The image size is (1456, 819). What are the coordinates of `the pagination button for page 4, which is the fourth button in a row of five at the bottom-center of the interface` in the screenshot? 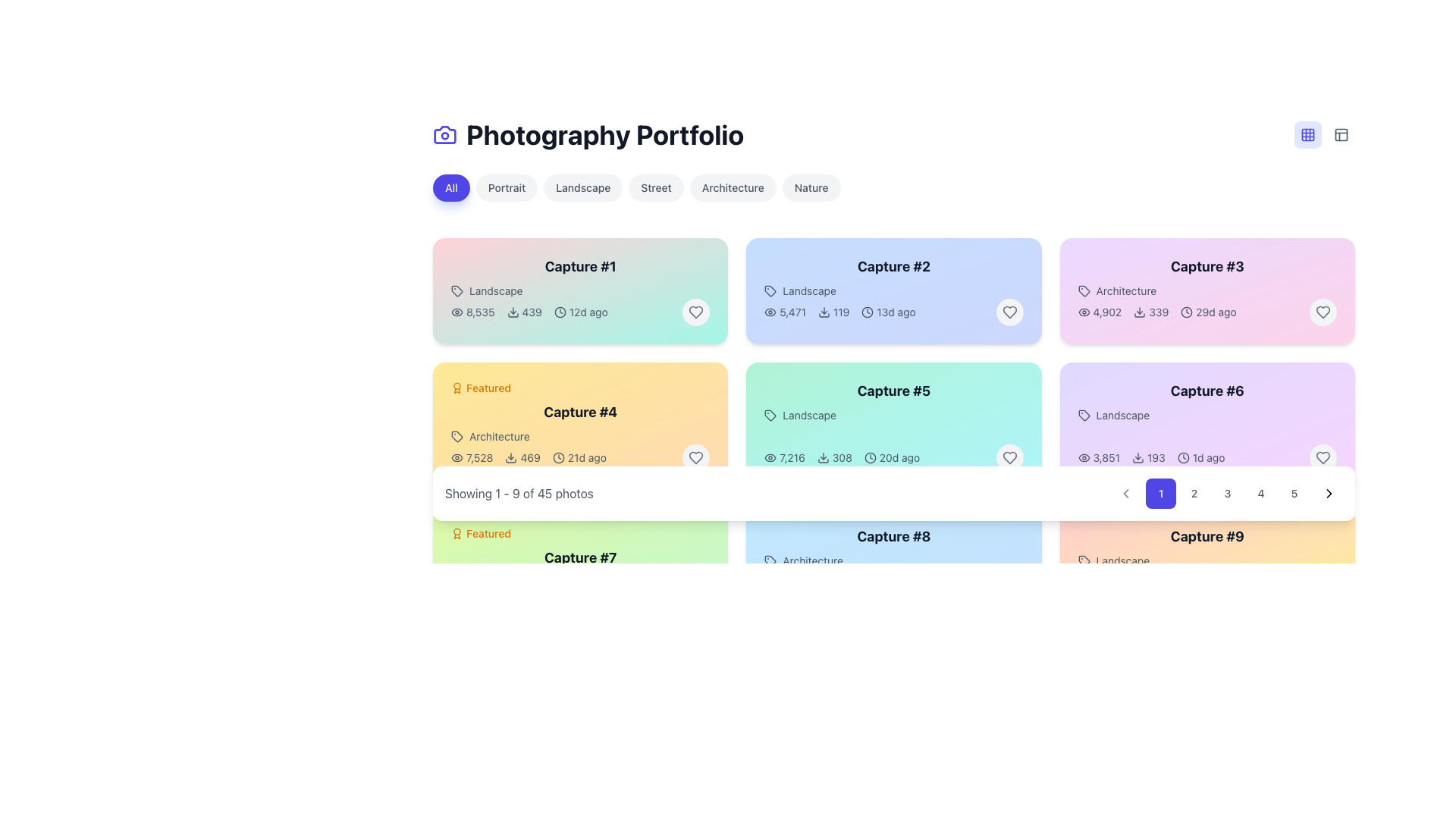 It's located at (1260, 494).